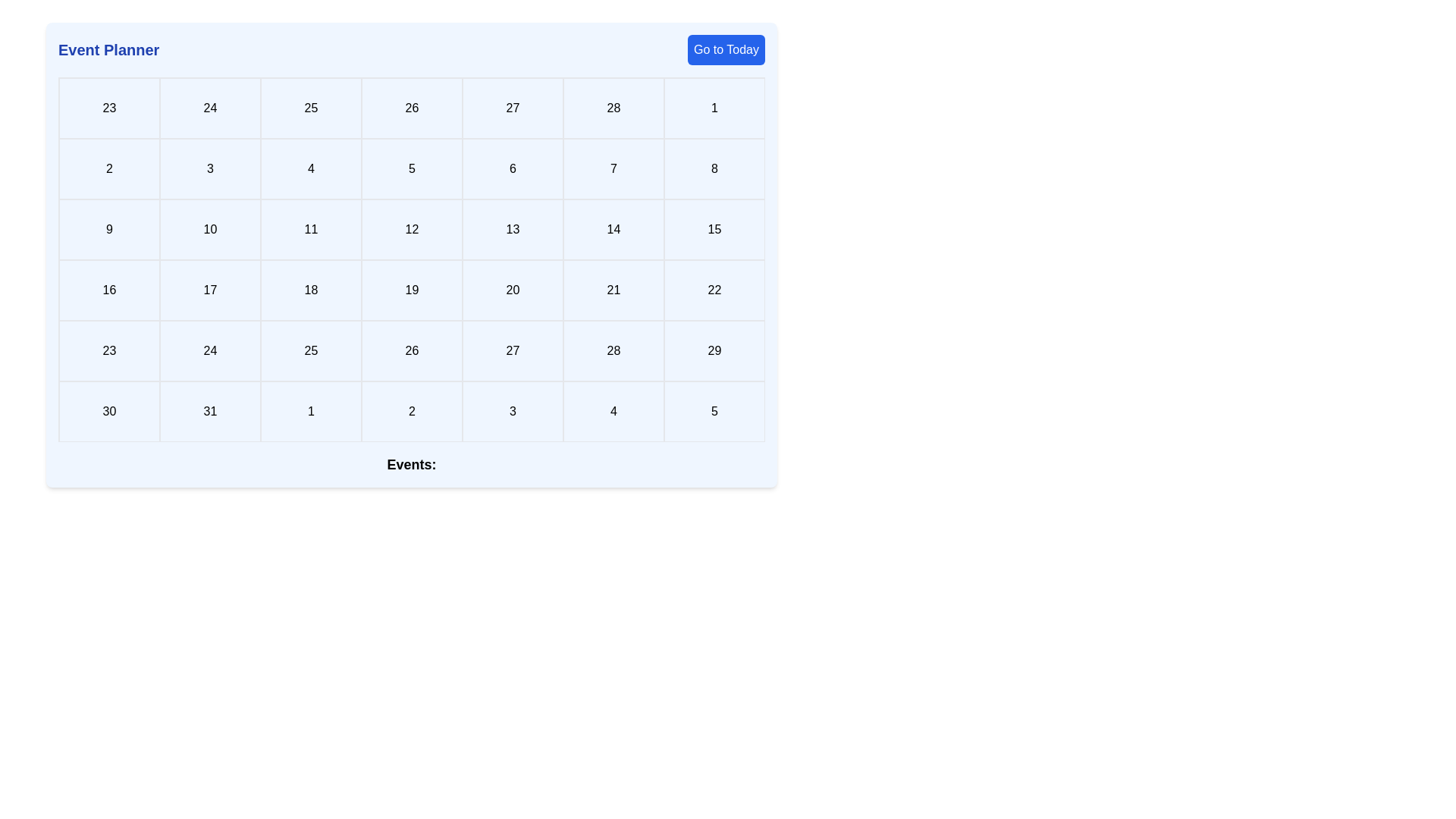 The width and height of the screenshot is (1456, 819). What do you see at coordinates (412, 230) in the screenshot?
I see `the Calendar Day Cell containing the number '12'` at bounding box center [412, 230].